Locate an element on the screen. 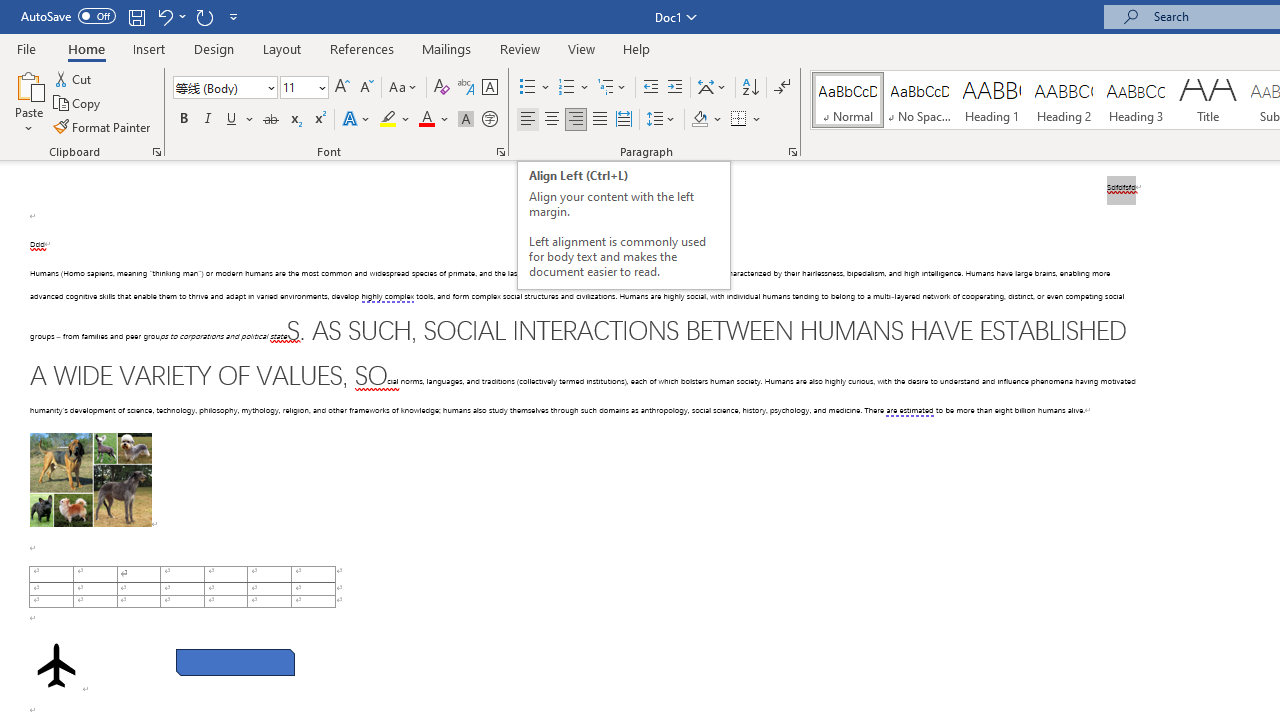  'Undo Paragraph Alignment' is located at coordinates (164, 16).